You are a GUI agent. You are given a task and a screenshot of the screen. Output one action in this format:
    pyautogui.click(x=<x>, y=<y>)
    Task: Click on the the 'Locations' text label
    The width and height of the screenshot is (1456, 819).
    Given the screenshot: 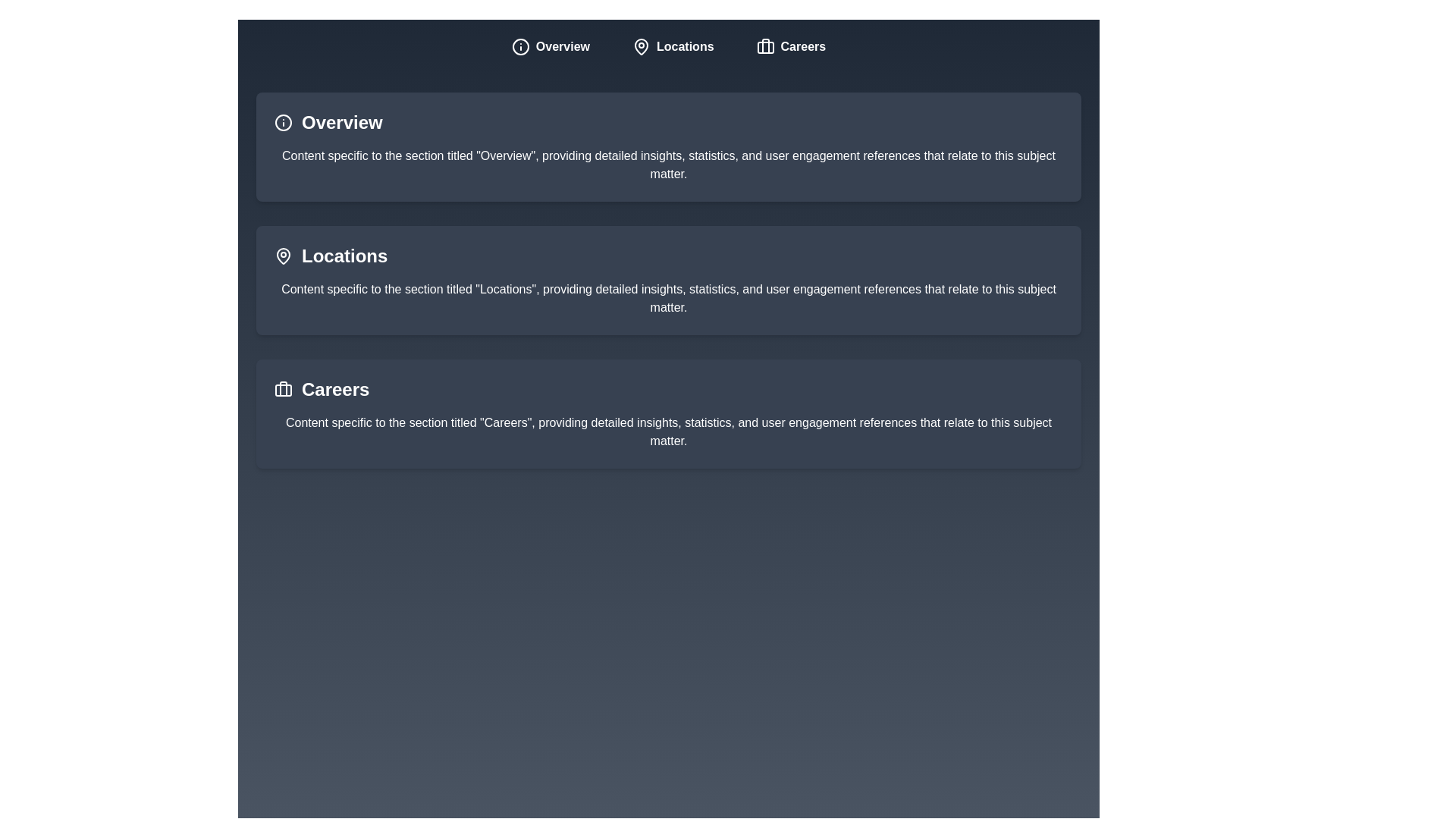 What is the action you would take?
    pyautogui.click(x=344, y=256)
    